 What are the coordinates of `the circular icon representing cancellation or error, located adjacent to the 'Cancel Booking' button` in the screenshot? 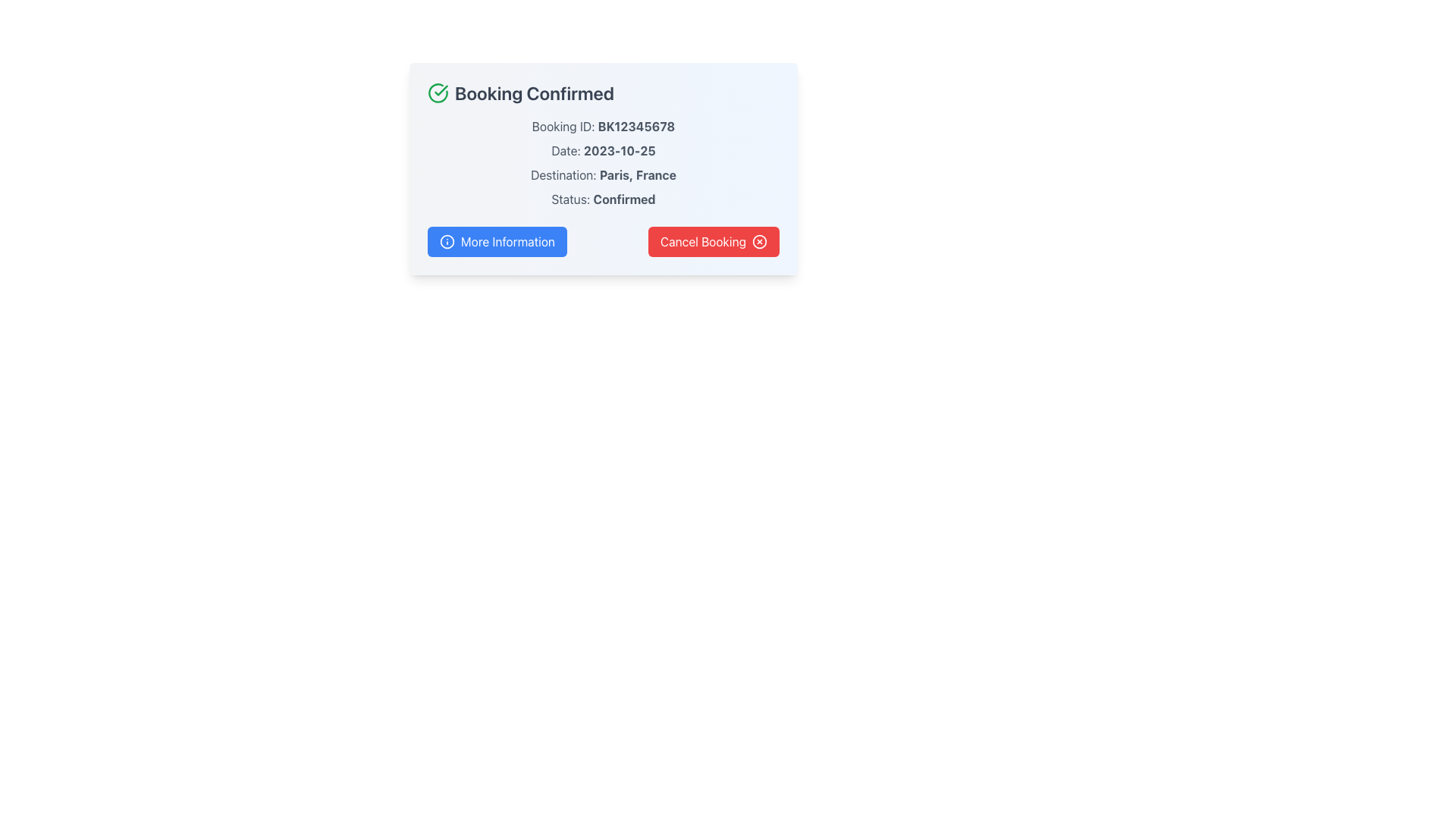 It's located at (760, 241).